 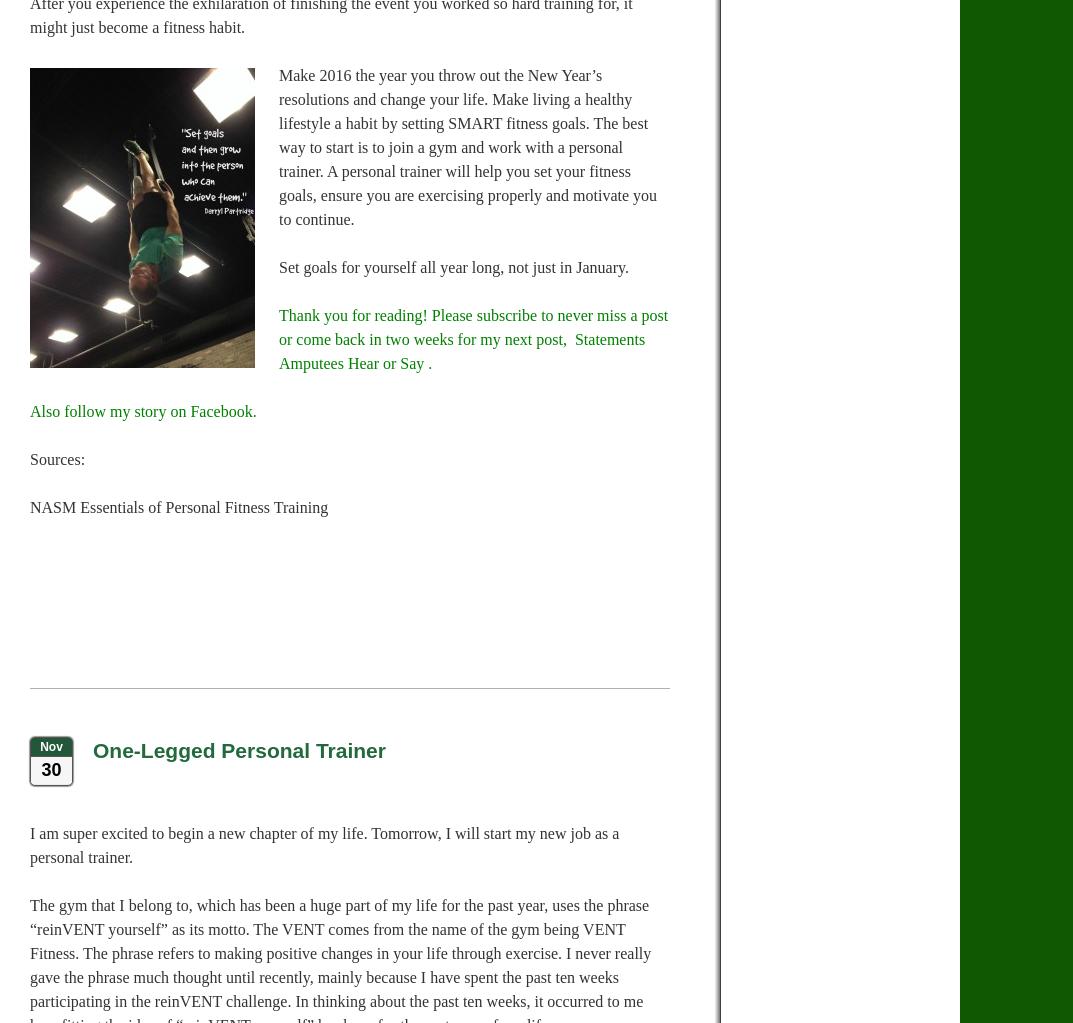 What do you see at coordinates (324, 844) in the screenshot?
I see `'I am super excited to begin a new chapter of my life. Tomorrow, I will start my new job as a personal trainer.'` at bounding box center [324, 844].